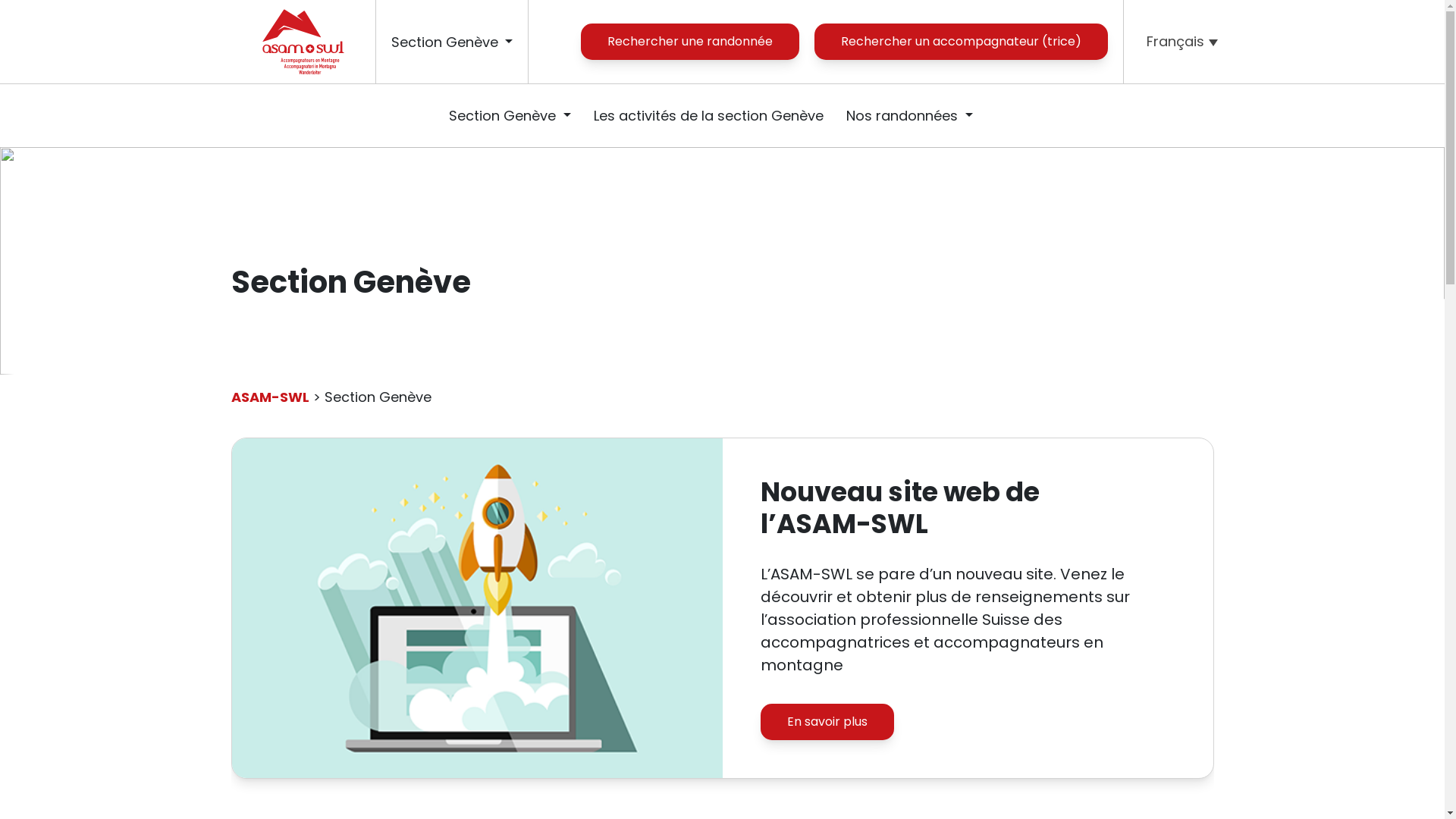  Describe the element at coordinates (302, 40) in the screenshot. I see `'ASAM-SWL'` at that location.